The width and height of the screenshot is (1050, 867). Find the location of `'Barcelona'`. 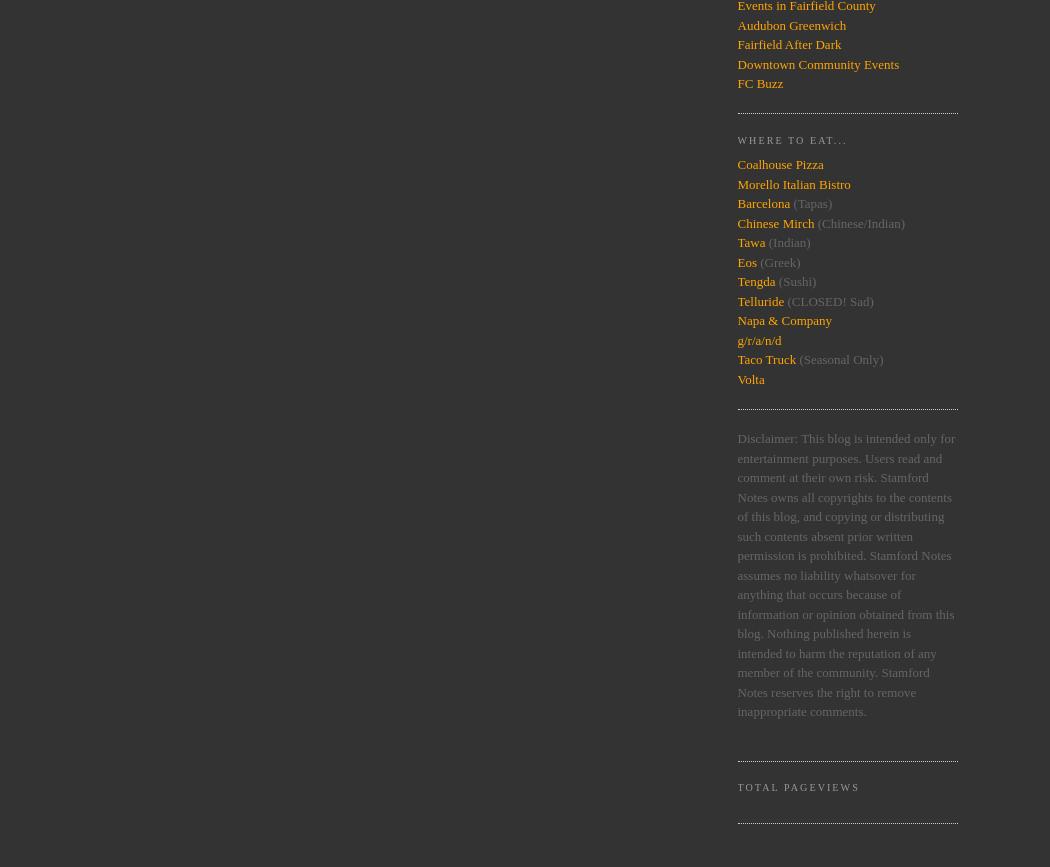

'Barcelona' is located at coordinates (735, 203).